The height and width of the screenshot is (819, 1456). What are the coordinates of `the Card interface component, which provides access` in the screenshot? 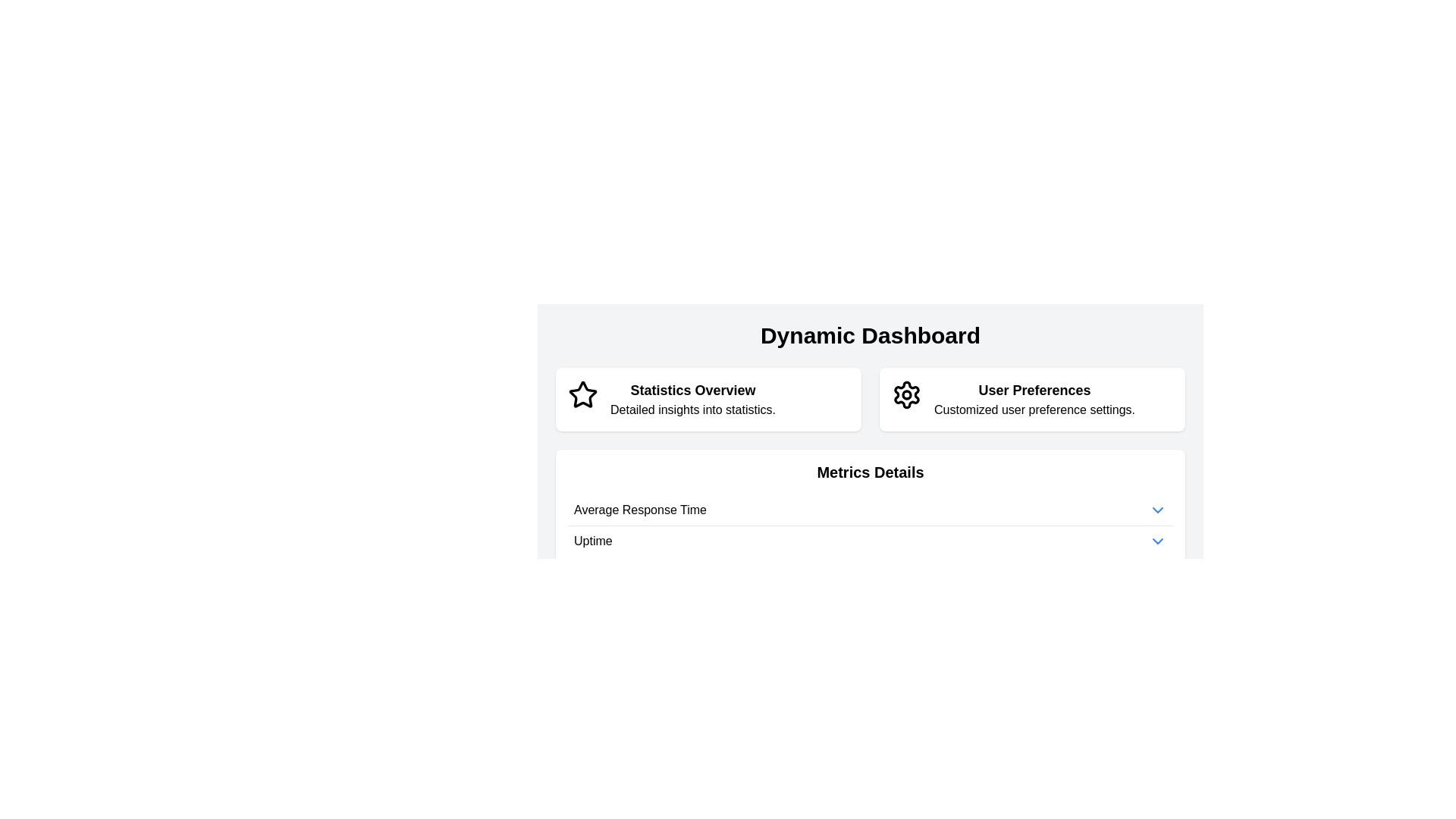 It's located at (1031, 399).